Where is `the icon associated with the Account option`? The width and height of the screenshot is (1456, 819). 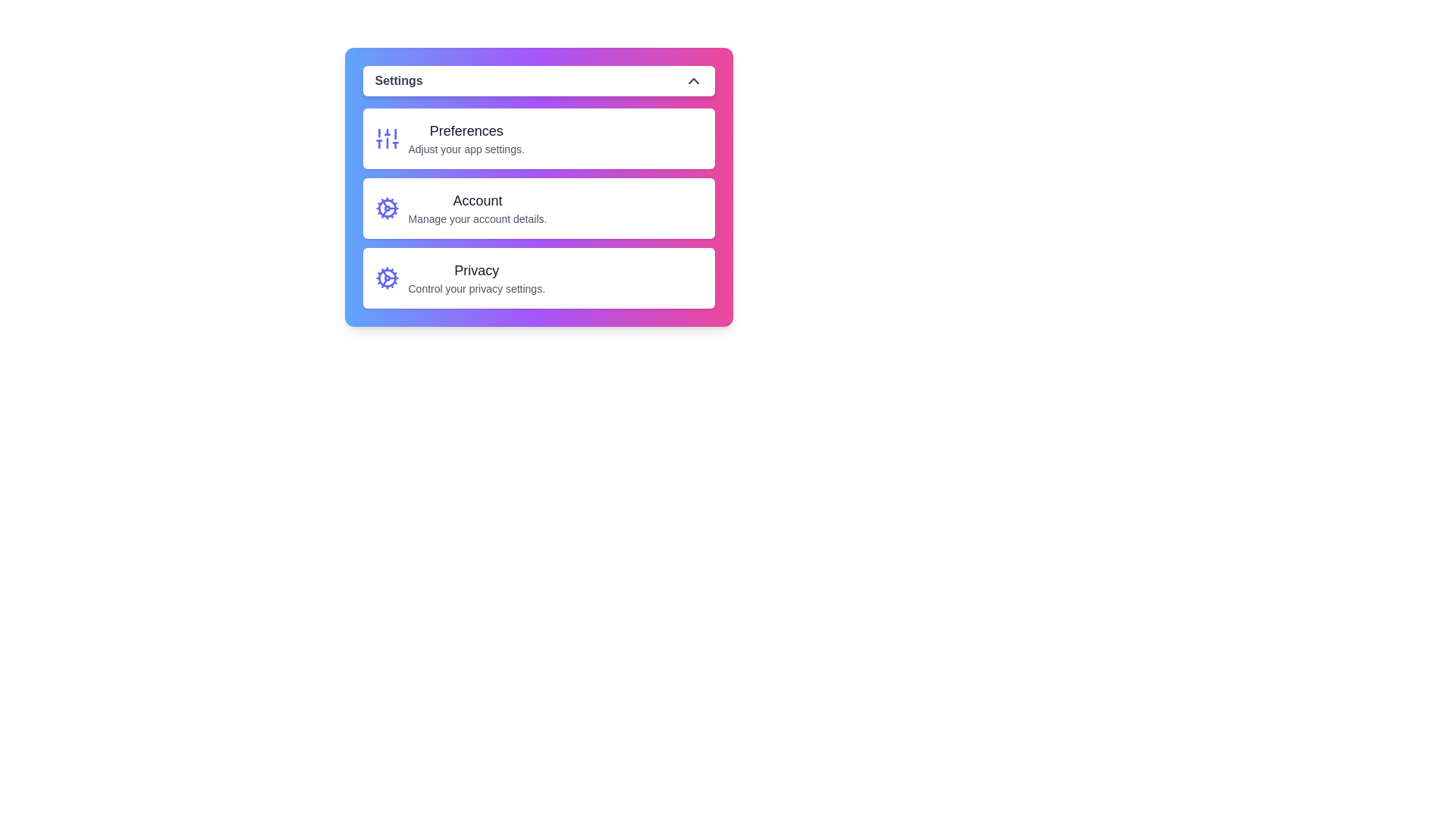
the icon associated with the Account option is located at coordinates (387, 208).